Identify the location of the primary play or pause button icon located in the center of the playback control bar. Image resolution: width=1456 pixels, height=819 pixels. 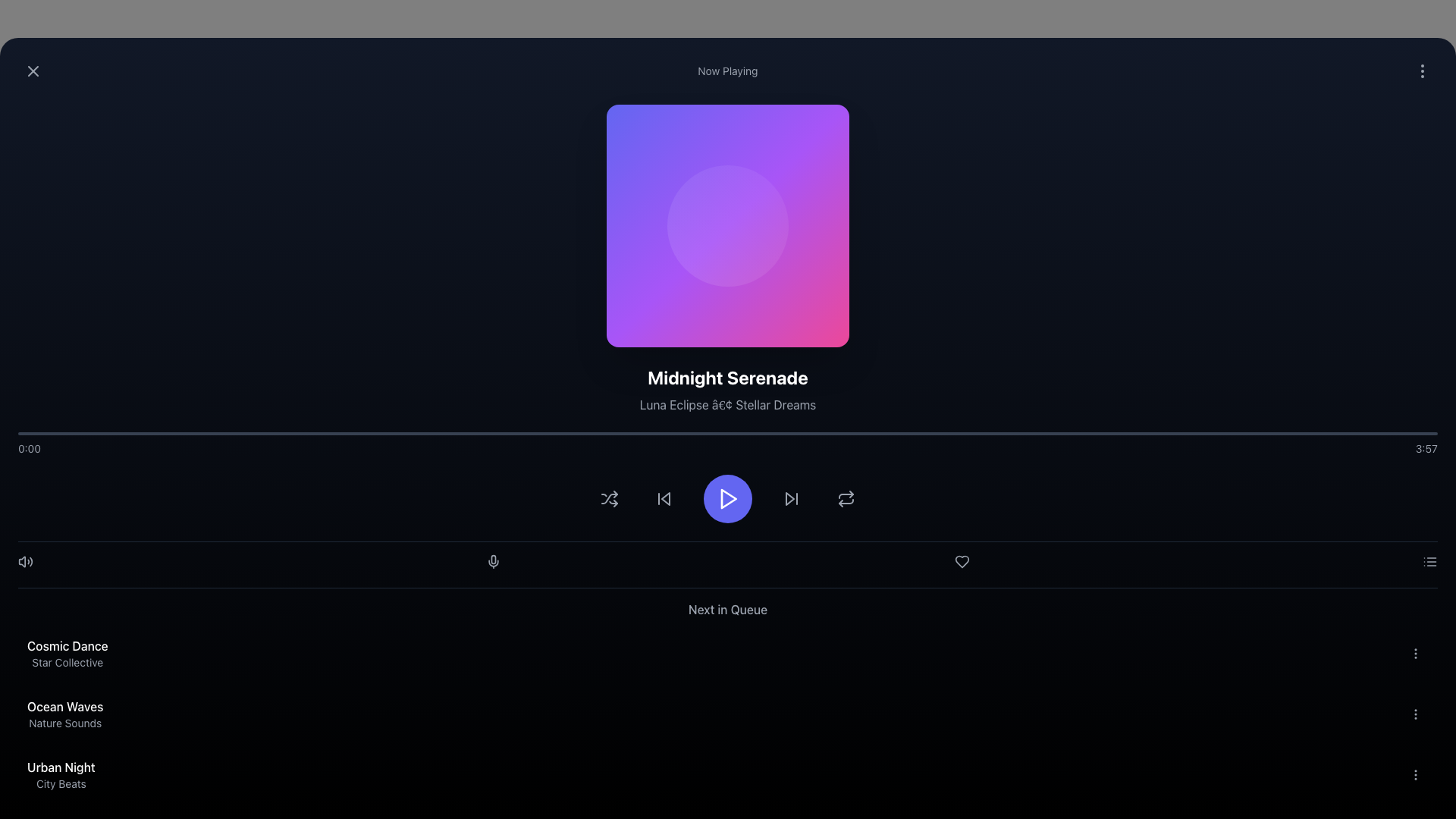
(729, 499).